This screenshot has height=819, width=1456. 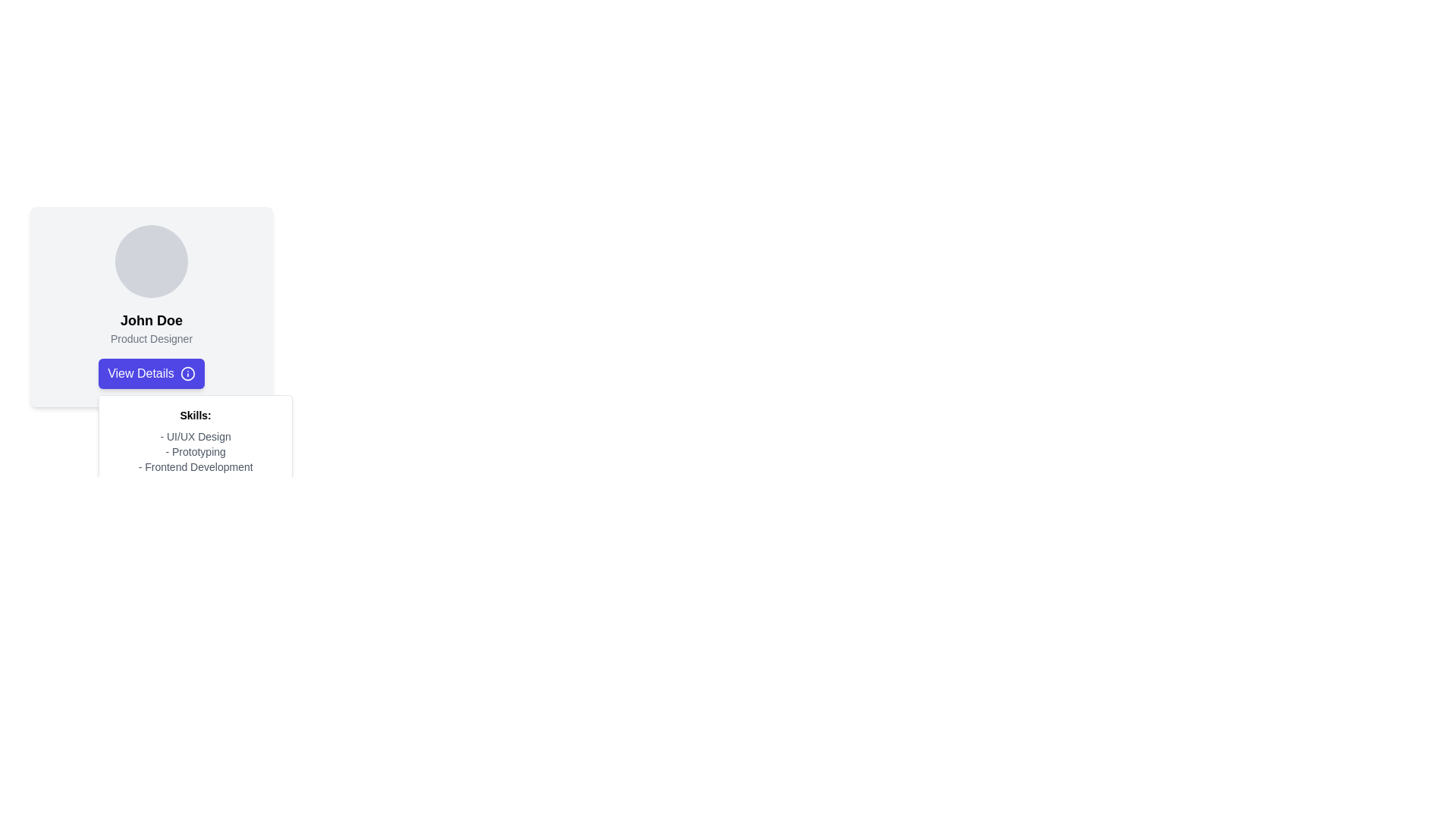 I want to click on the text label containing '- Prototyping' which is styled in a small gray font and is the second item in the skills list, so click(x=195, y=451).